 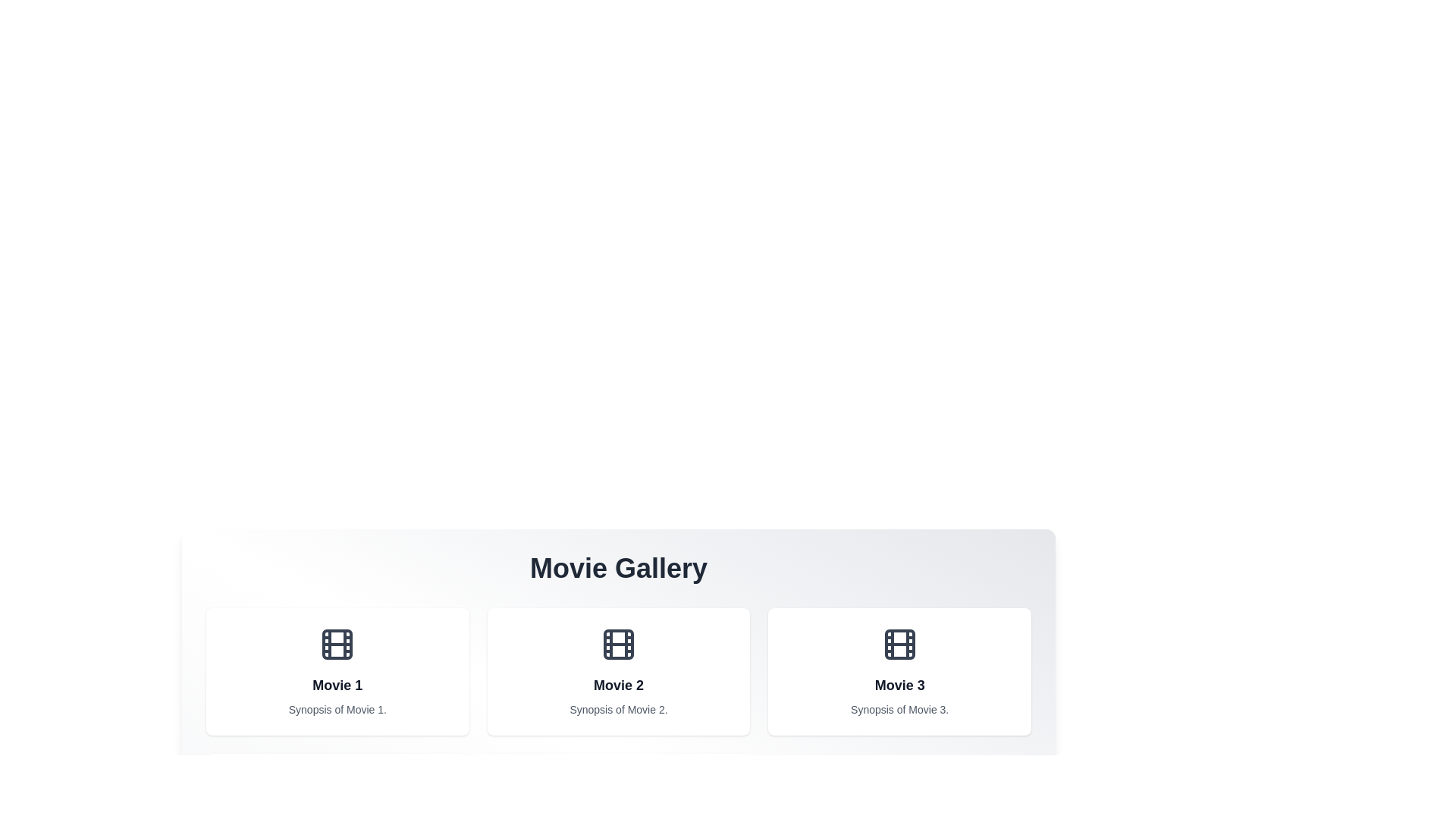 I want to click on the second movie card in the gallery, which displays details about a movie and is located in the center column of the first row, positioned between 'Movie 1' and 'Movie 3', so click(x=619, y=671).